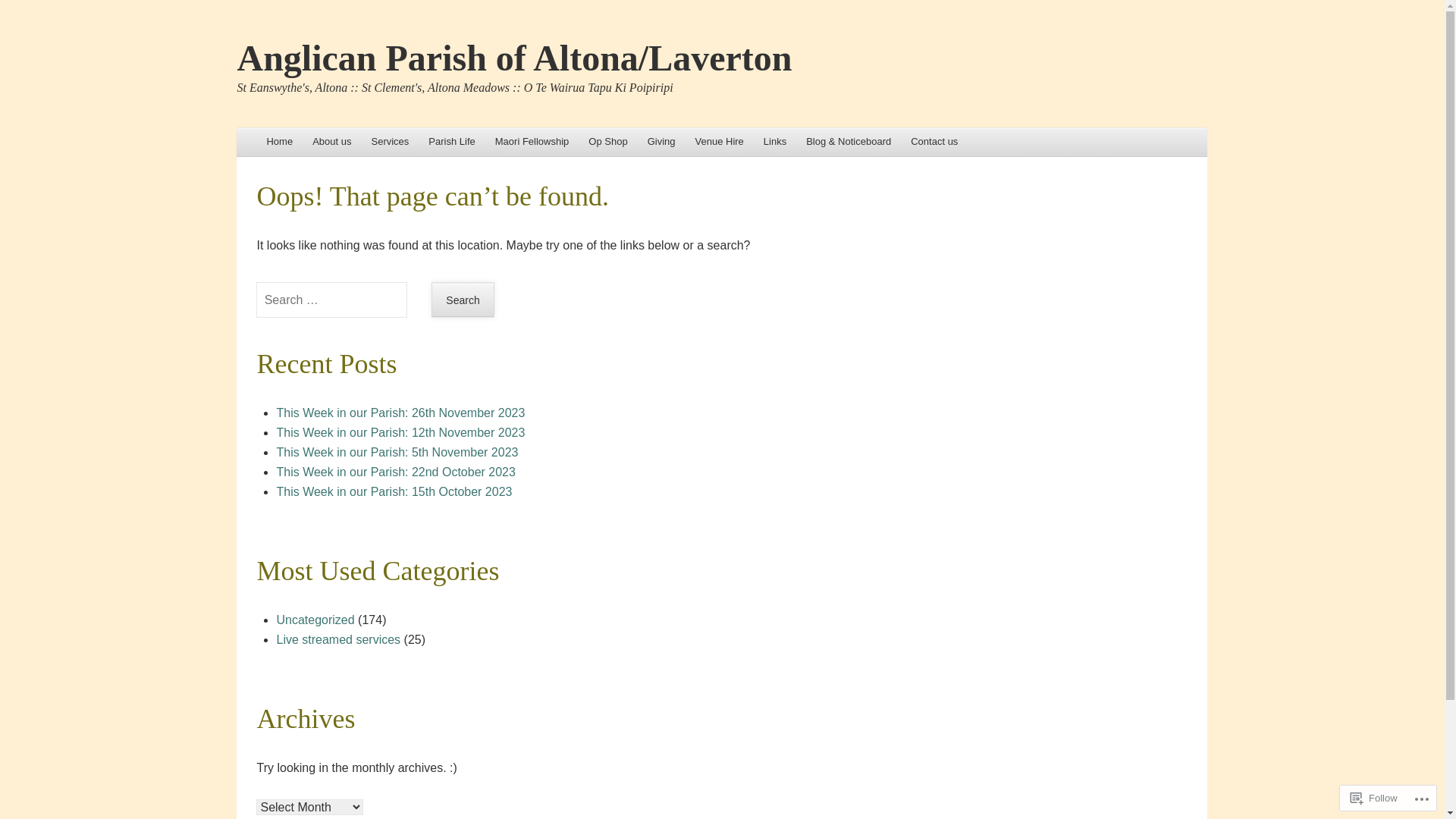  Describe the element at coordinates (637, 142) in the screenshot. I see `'Giving'` at that location.